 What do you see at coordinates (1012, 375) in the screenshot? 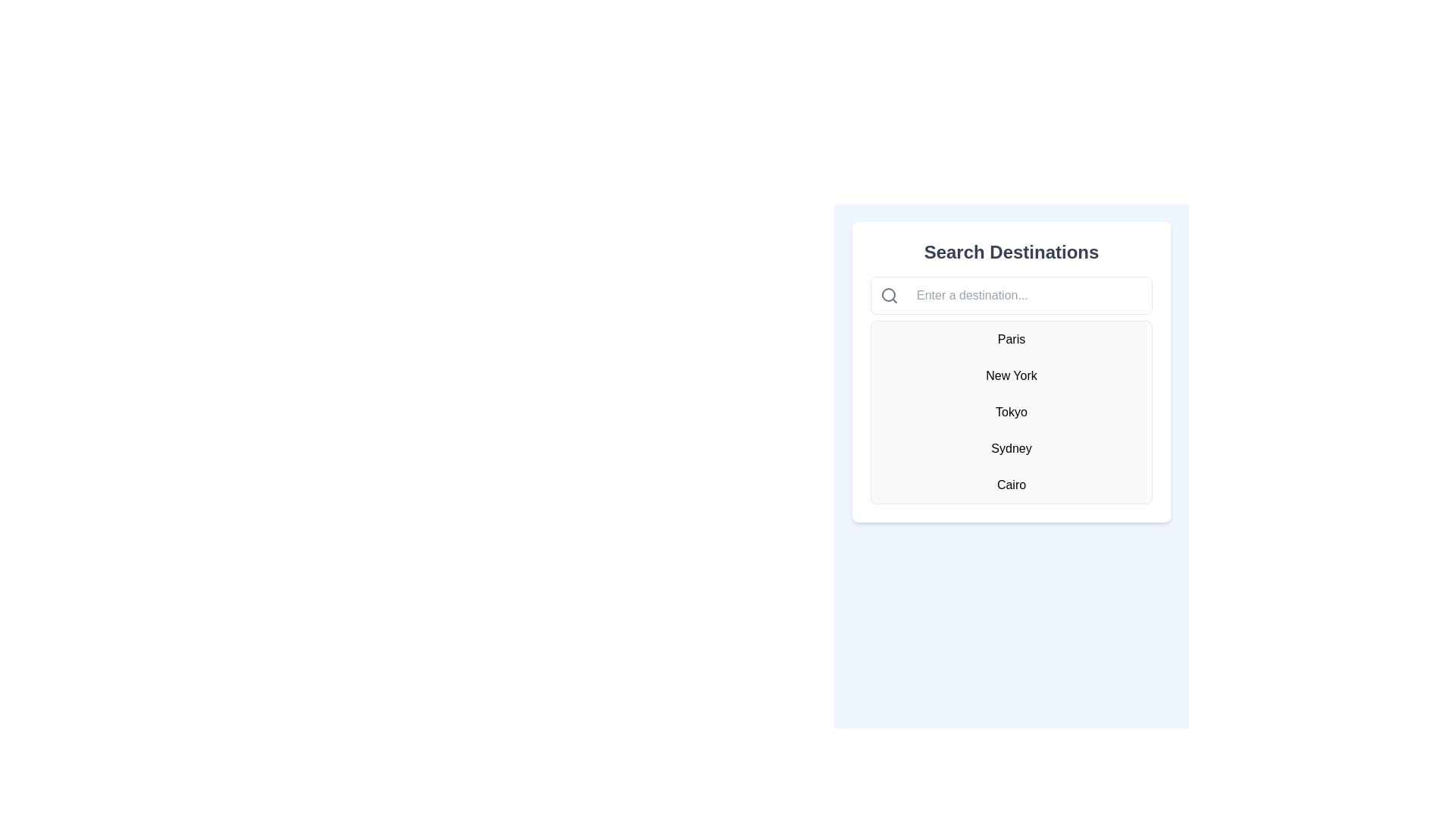
I see `the list item labeled 'New York', which is styled like a button and is the second option in a vertical menu beneath the 'Search Destinations' bar` at bounding box center [1012, 375].